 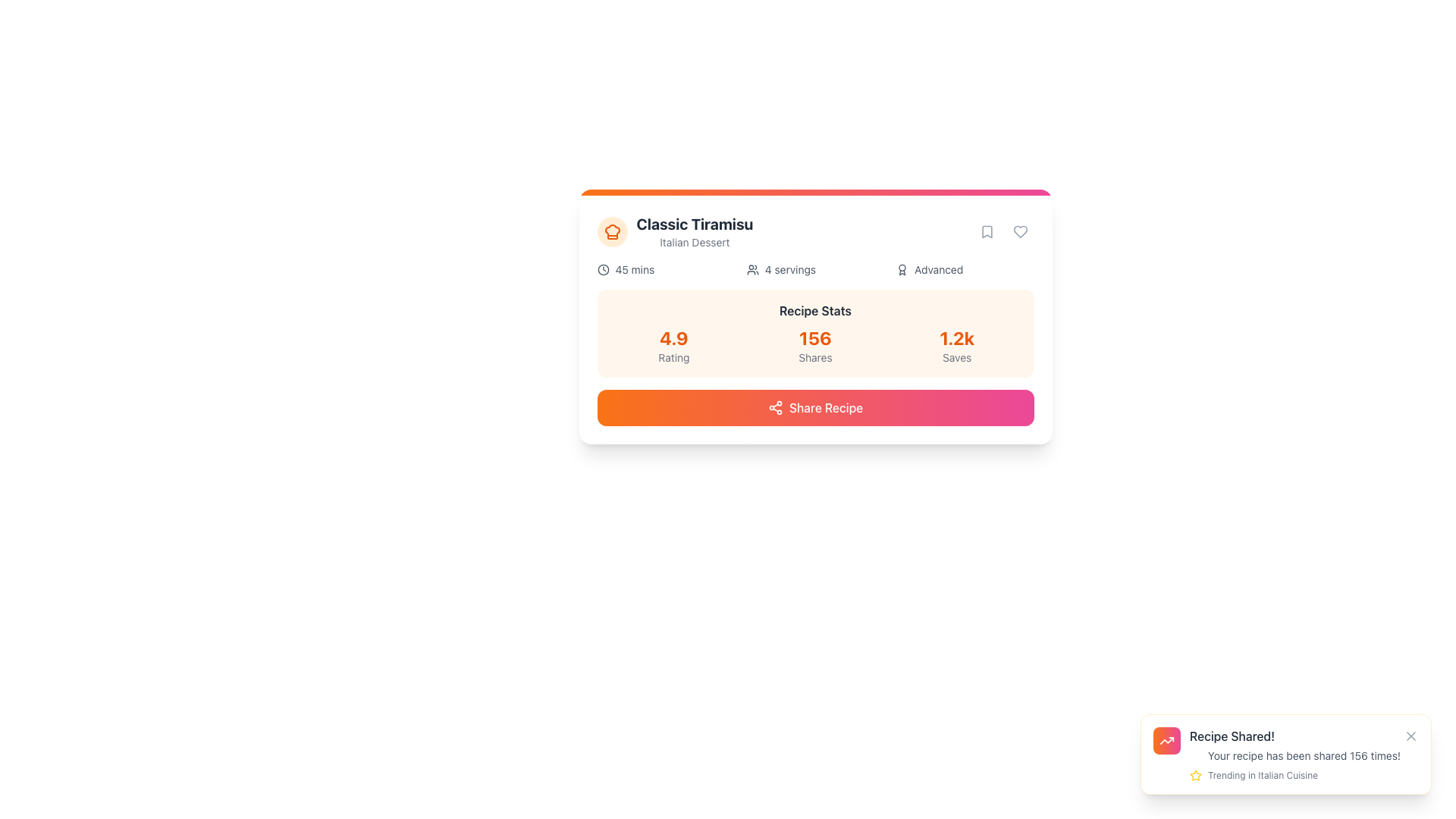 What do you see at coordinates (814, 192) in the screenshot?
I see `the decorative gradient bar at the top of the card, which transitions from orange to pink and spans the full width of the card` at bounding box center [814, 192].